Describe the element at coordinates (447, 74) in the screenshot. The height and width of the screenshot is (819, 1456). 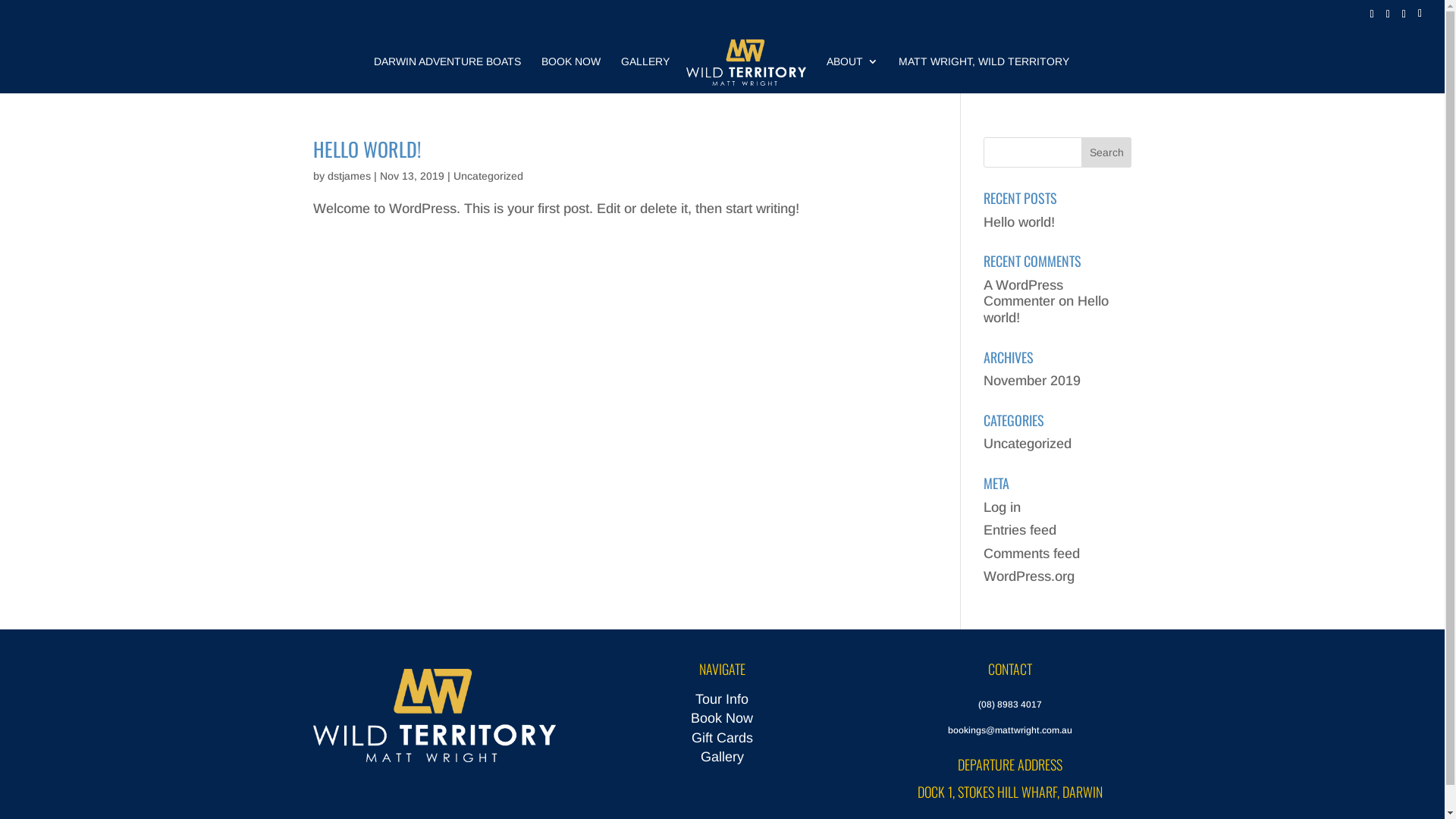
I see `'DARWIN ADVENTURE BOATS'` at that location.